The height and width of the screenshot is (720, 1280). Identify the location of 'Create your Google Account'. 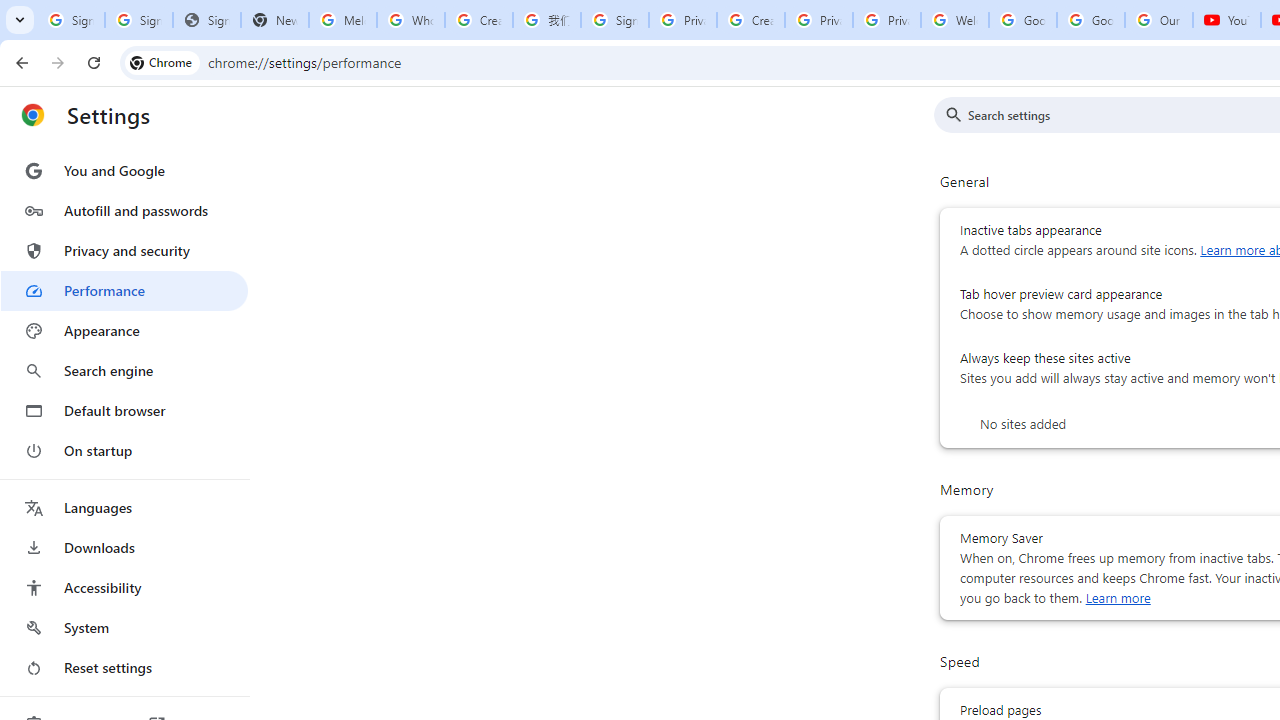
(478, 20).